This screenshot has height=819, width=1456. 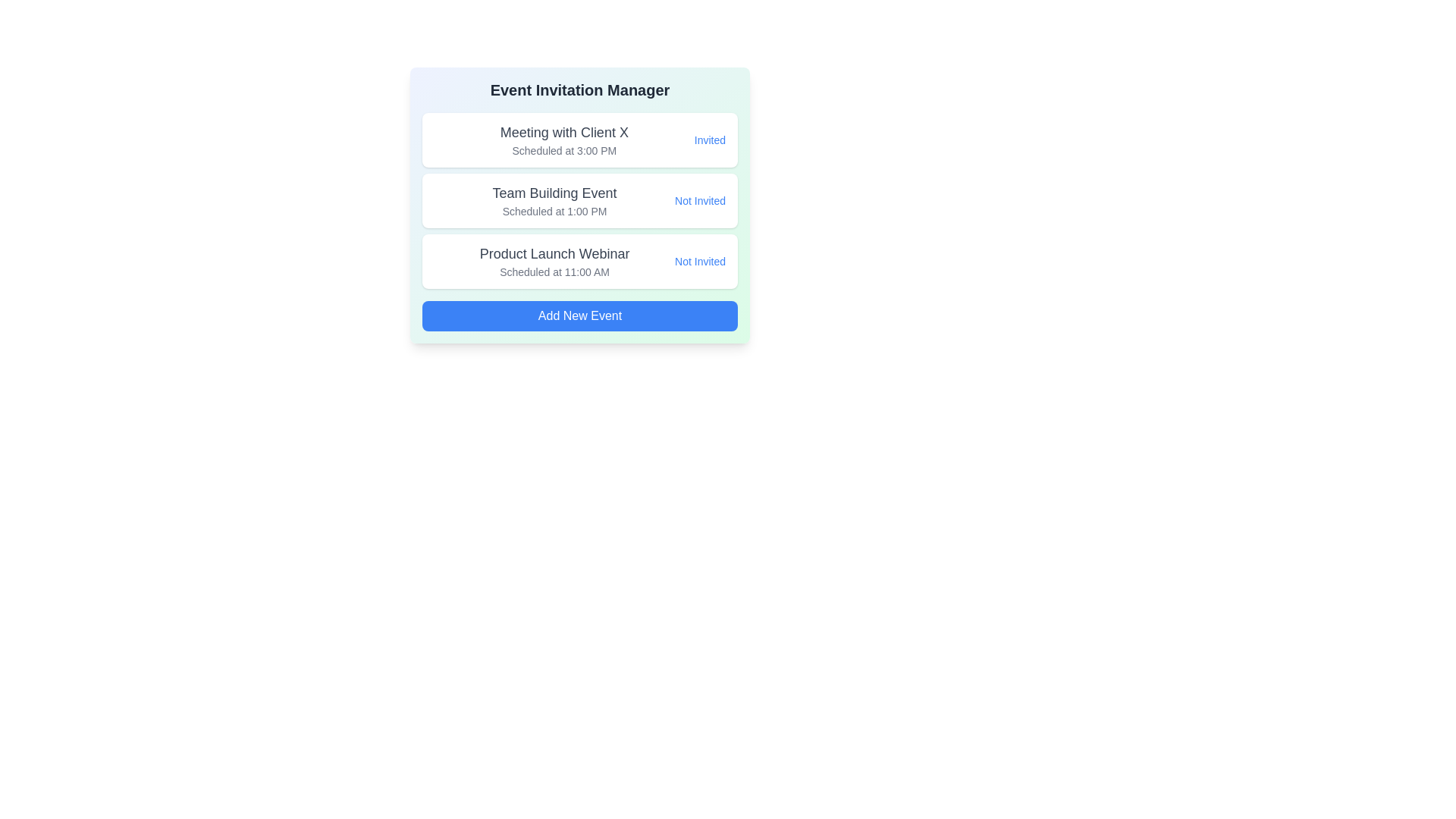 What do you see at coordinates (579, 315) in the screenshot?
I see `the 'Add New Event' button to initiate the process of adding a new event` at bounding box center [579, 315].